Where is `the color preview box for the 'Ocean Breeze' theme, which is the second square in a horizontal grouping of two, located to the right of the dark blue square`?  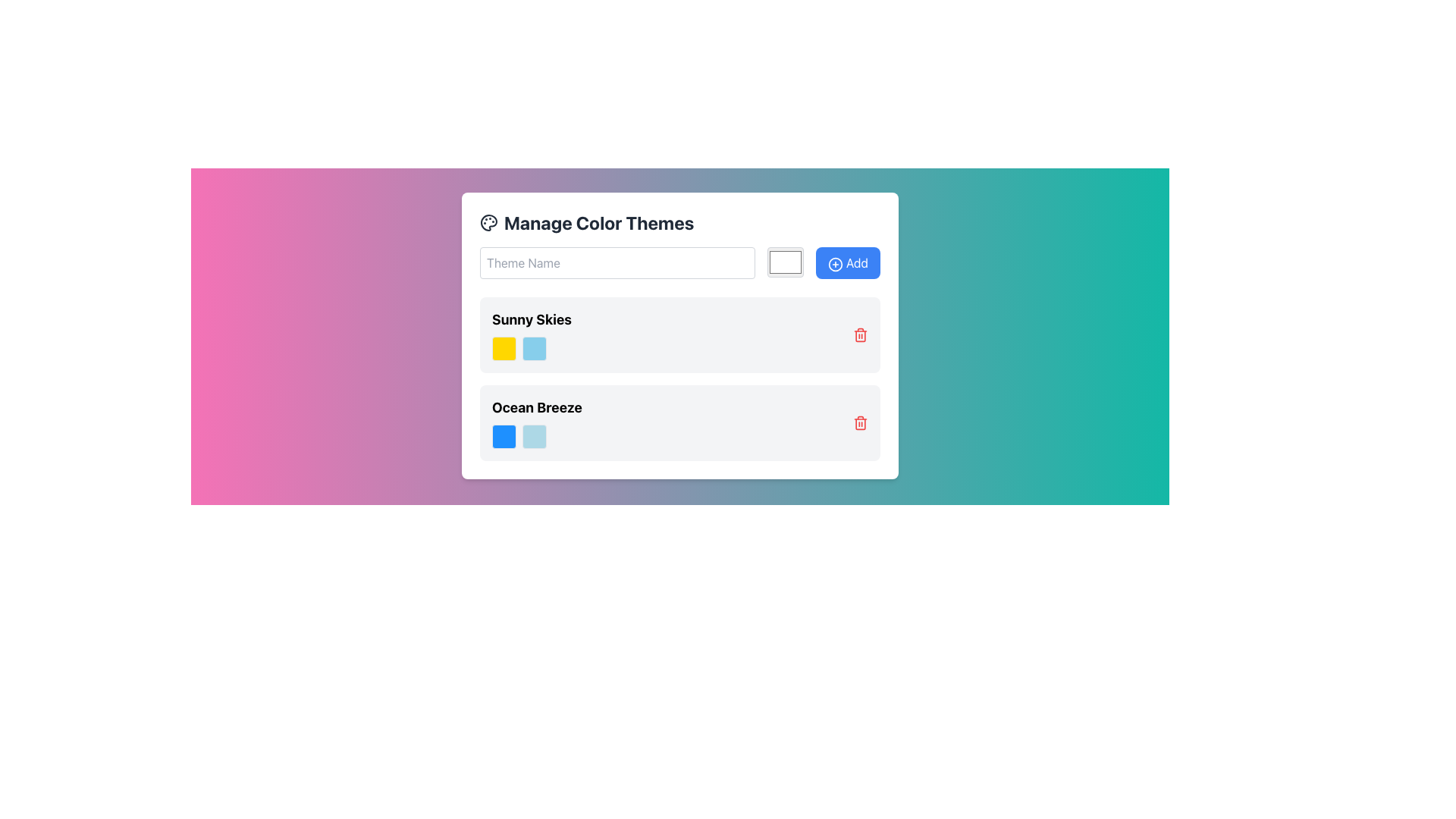 the color preview box for the 'Ocean Breeze' theme, which is the second square in a horizontal grouping of two, located to the right of the dark blue square is located at coordinates (535, 436).